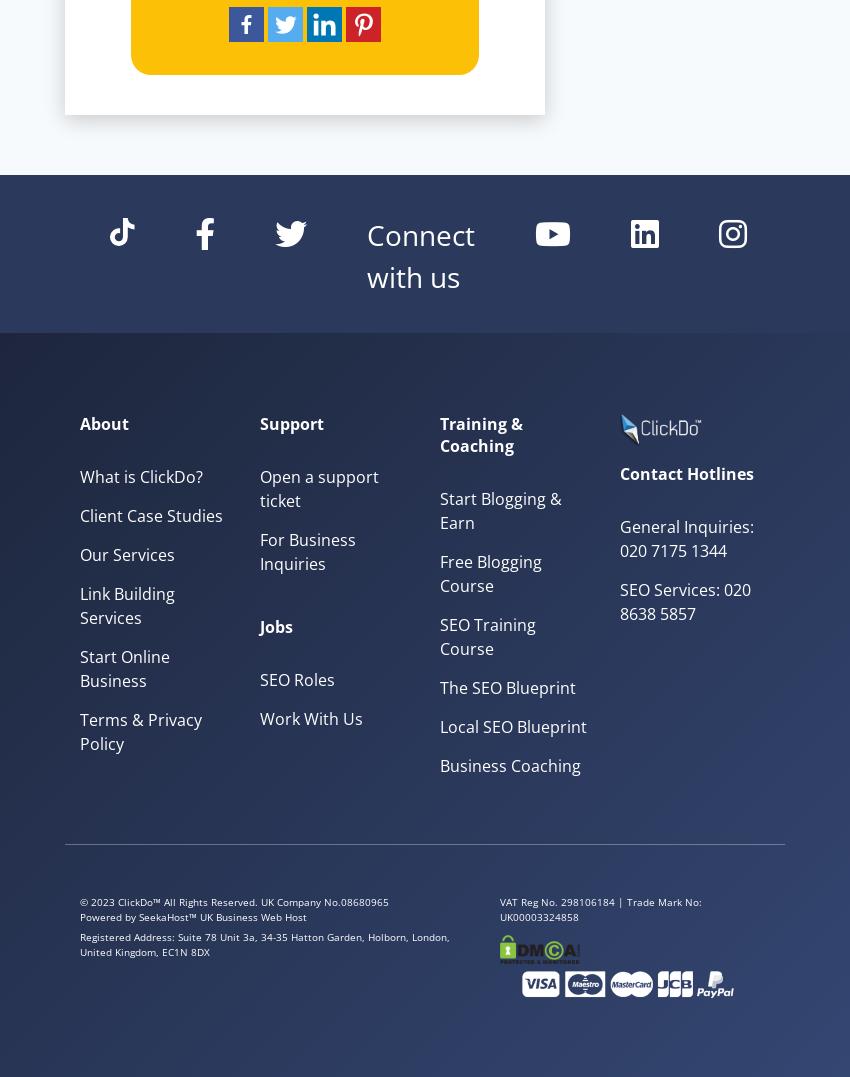 The height and width of the screenshot is (1077, 850). I want to click on 'Open a support ticket', so click(319, 487).